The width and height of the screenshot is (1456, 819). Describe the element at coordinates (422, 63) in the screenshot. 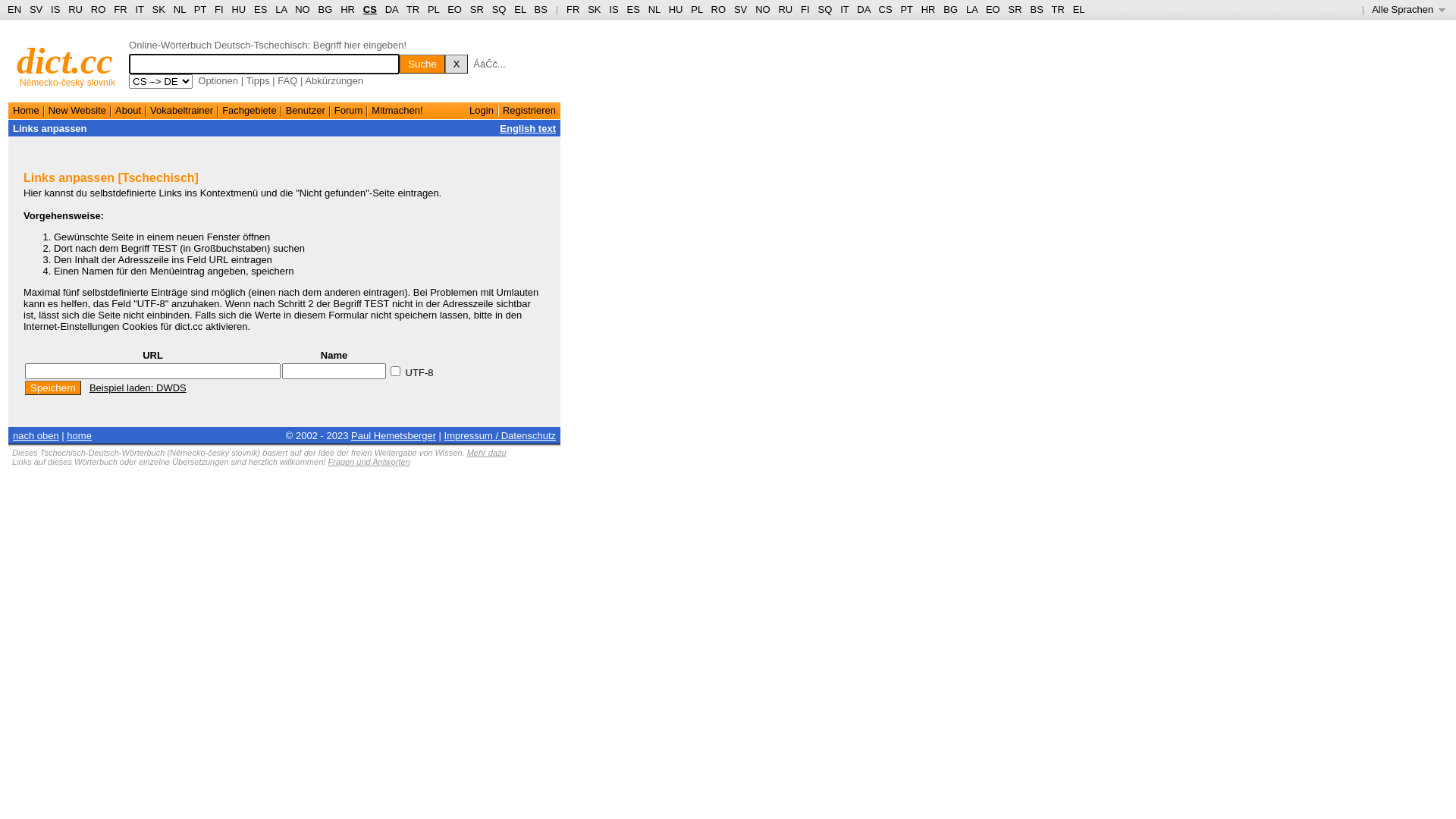

I see `'Suche'` at that location.